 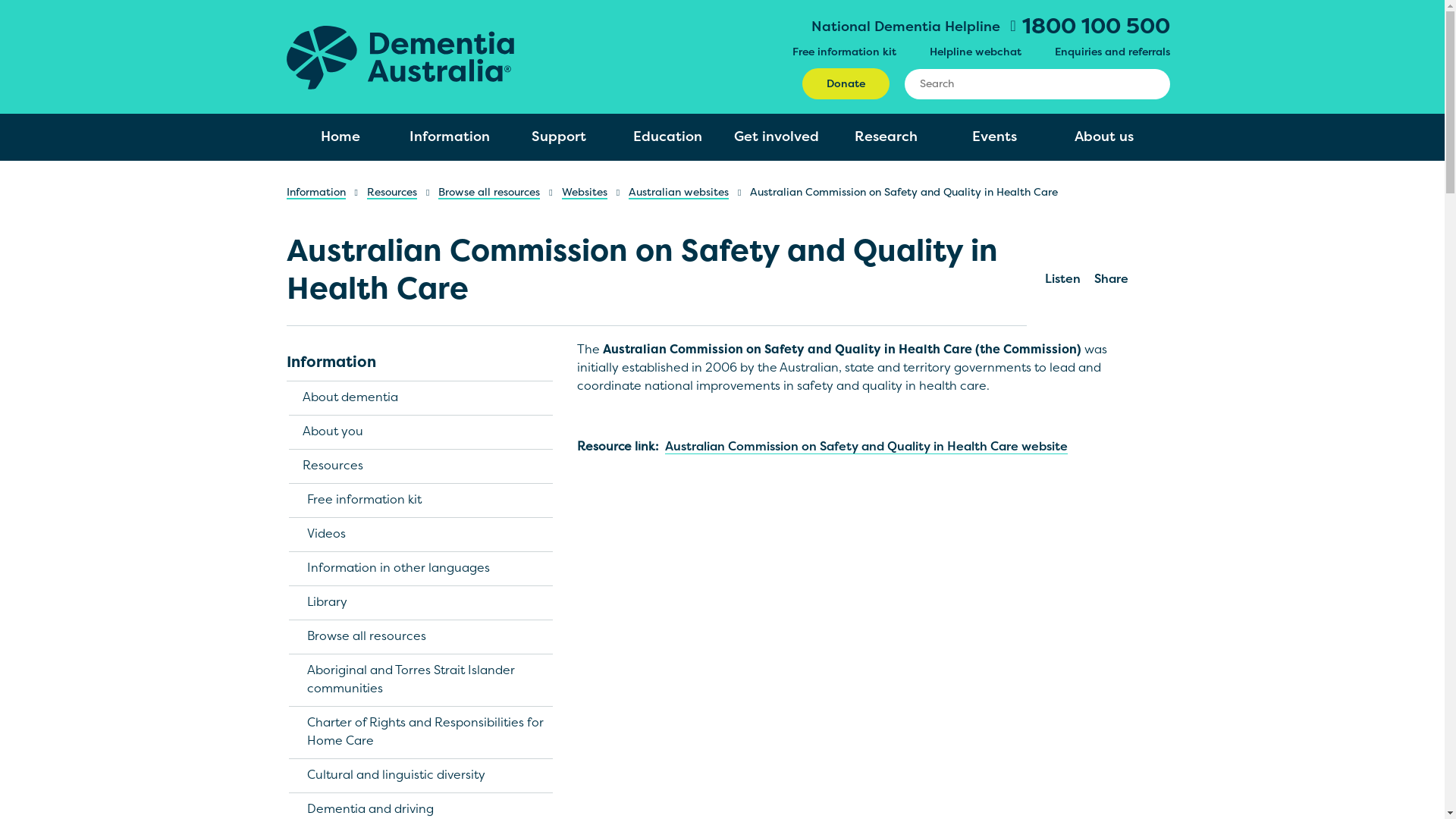 What do you see at coordinates (340, 137) in the screenshot?
I see `'Home'` at bounding box center [340, 137].